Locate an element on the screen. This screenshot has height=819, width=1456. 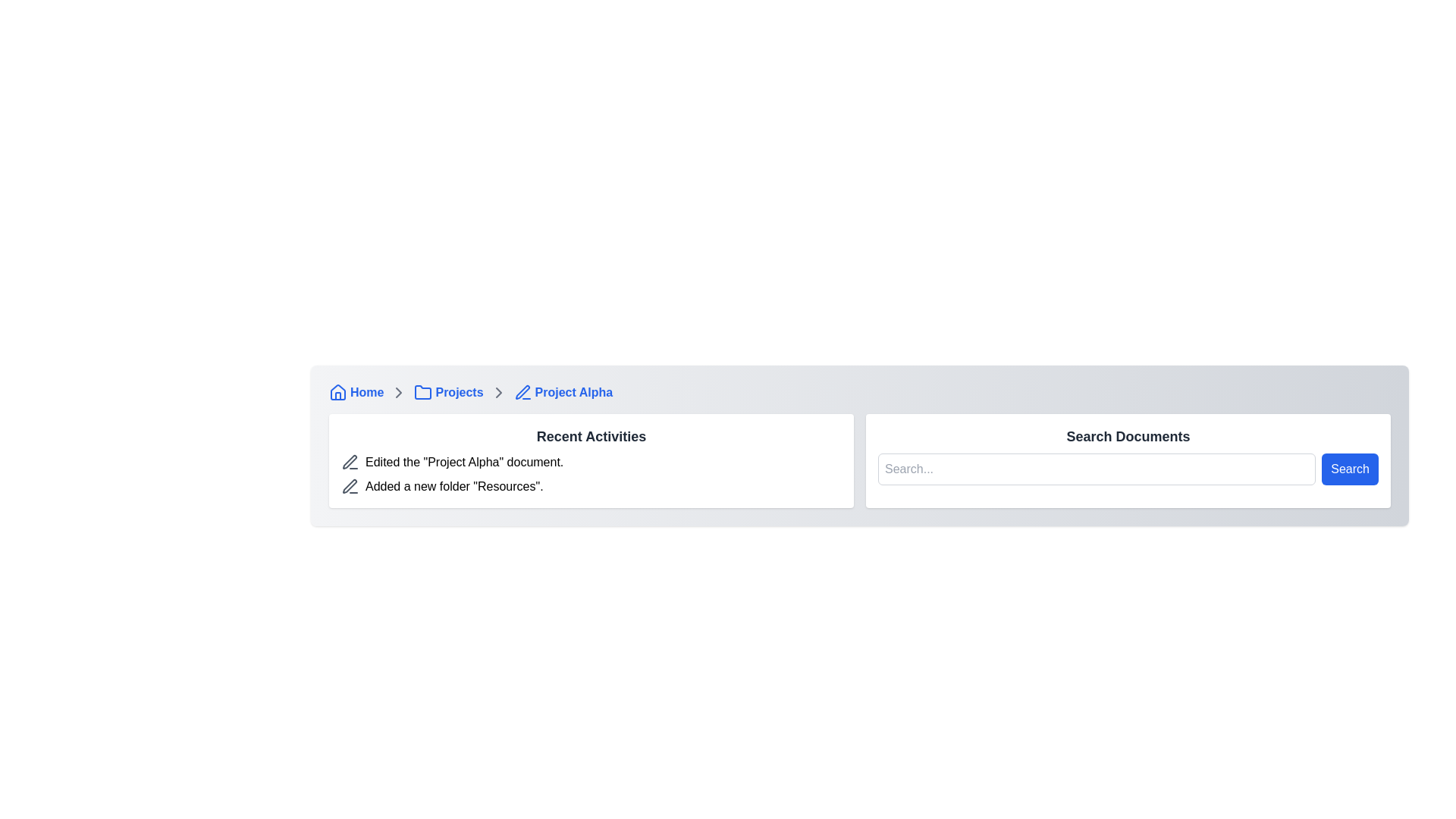
the 'Projects' breadcrumb link in the navigation bar is located at coordinates (458, 391).